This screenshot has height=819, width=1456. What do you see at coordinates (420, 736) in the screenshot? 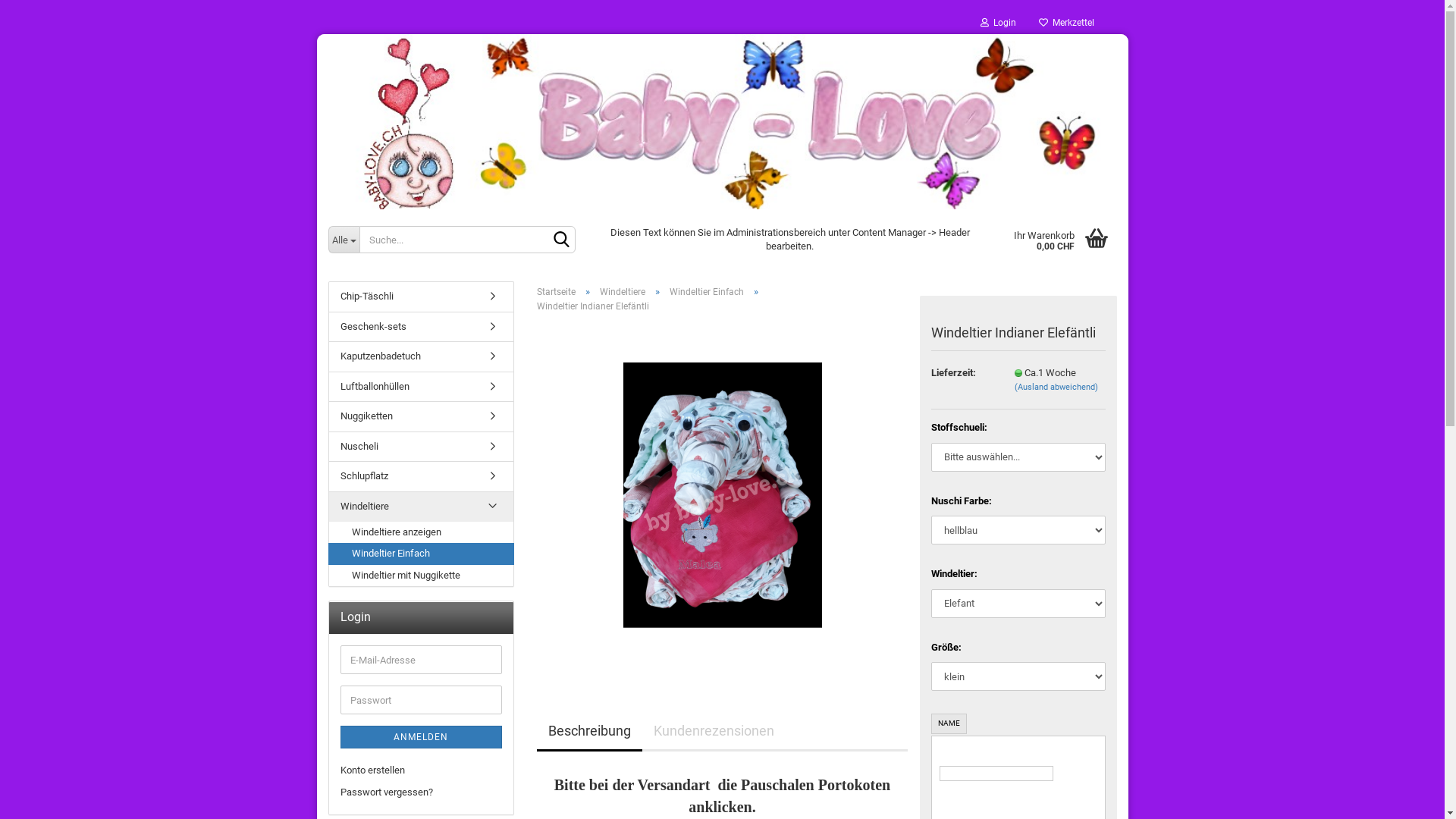
I see `'ANMELDEN'` at bounding box center [420, 736].